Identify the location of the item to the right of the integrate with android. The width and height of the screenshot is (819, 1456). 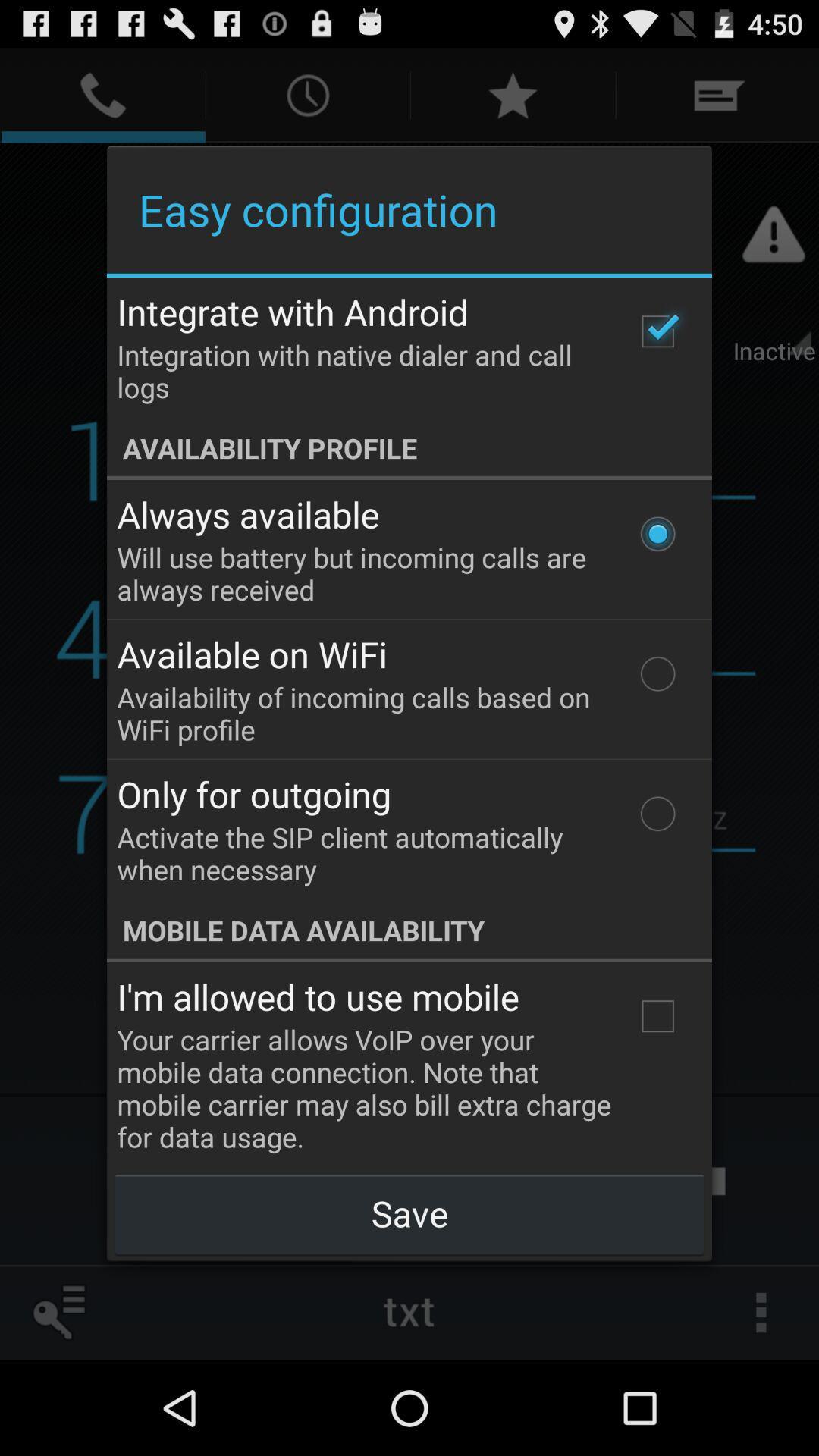
(657, 331).